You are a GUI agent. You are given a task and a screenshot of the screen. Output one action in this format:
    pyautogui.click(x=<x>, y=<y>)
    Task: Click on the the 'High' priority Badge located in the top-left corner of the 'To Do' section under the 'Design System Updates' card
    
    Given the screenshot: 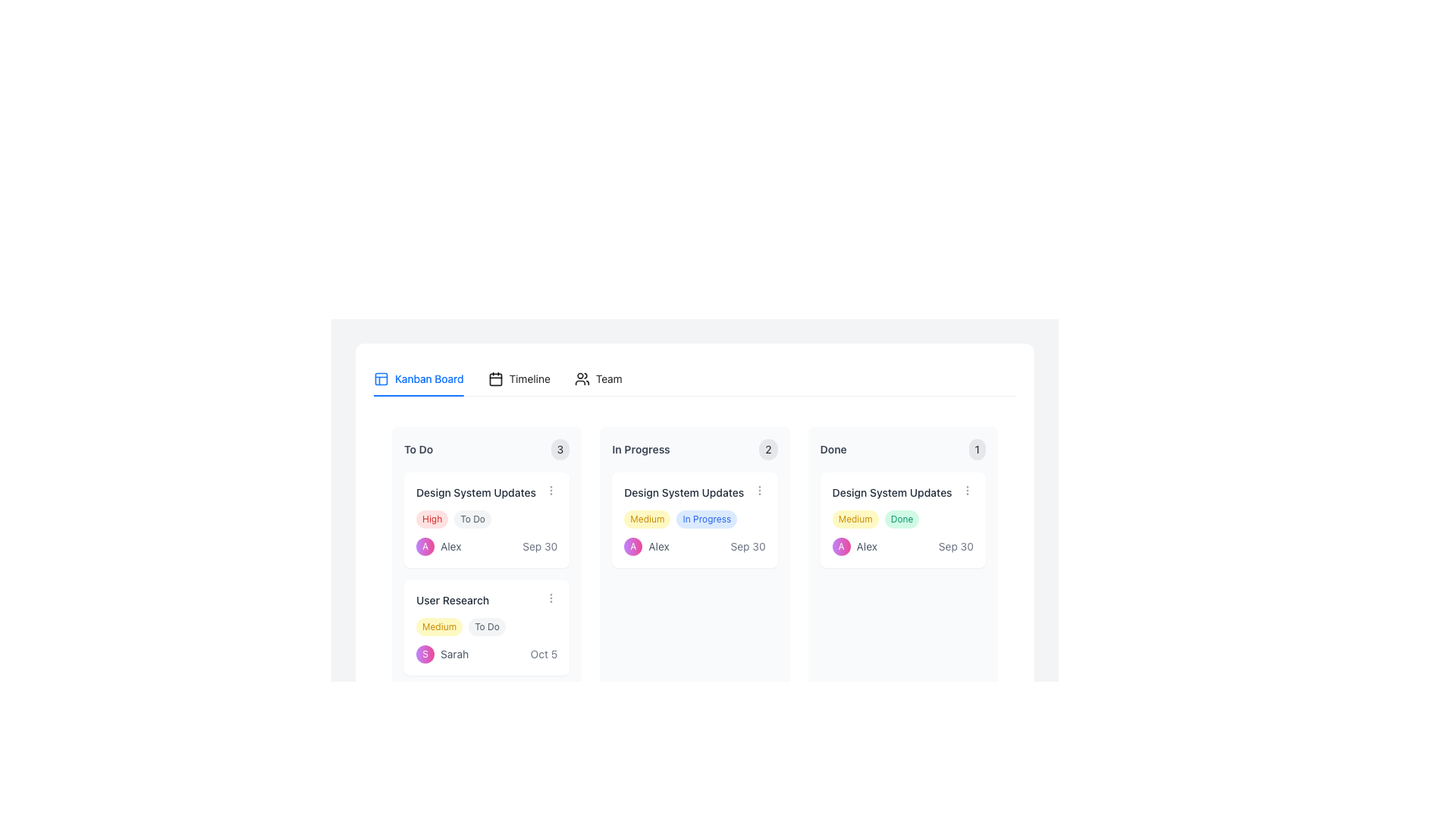 What is the action you would take?
    pyautogui.click(x=431, y=519)
    